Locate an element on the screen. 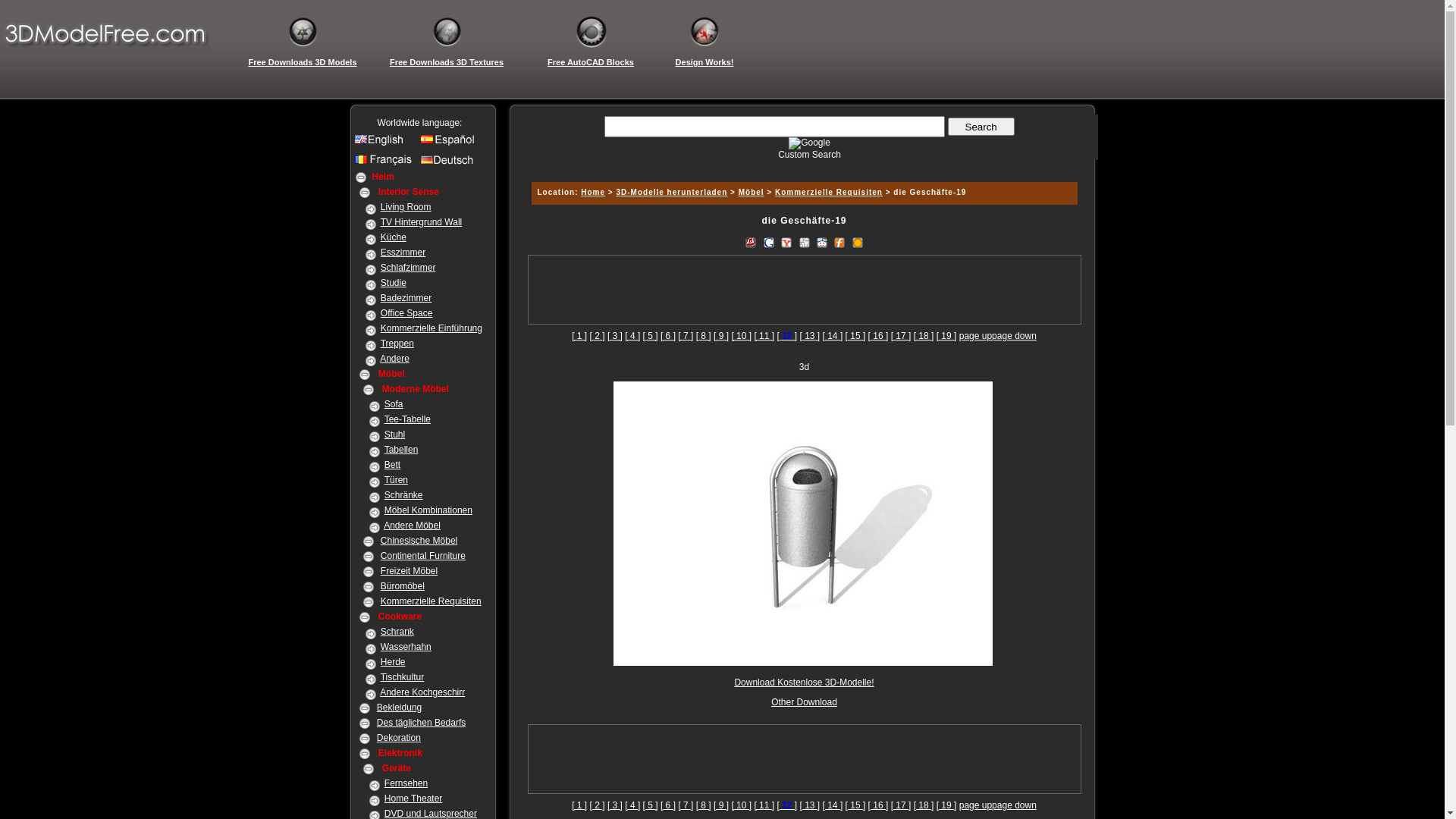 This screenshot has width=1456, height=819. '[ 17 ]' is located at coordinates (901, 335).